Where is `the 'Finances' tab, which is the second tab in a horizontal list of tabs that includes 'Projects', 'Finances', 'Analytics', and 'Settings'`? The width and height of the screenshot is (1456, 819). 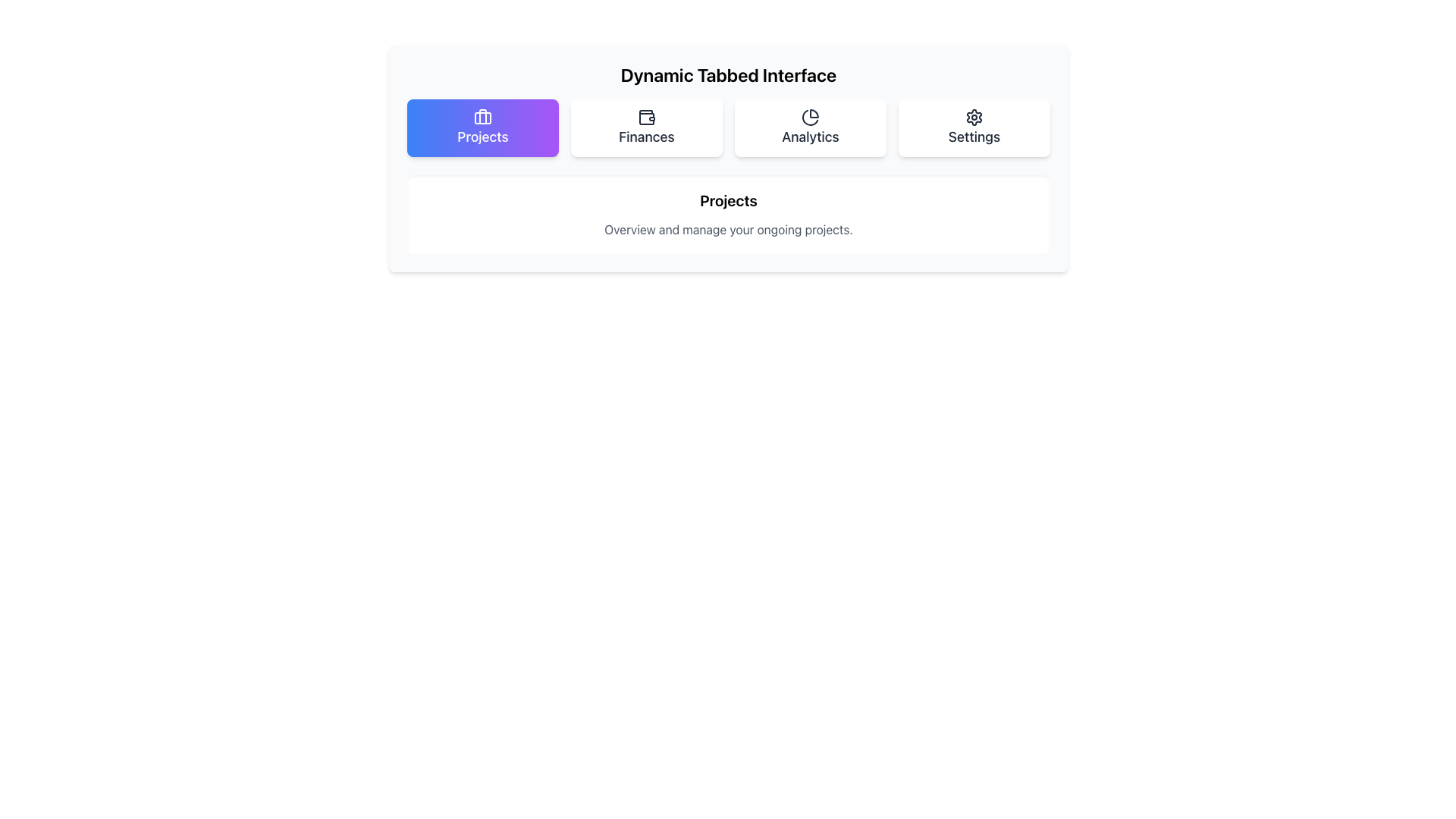
the 'Finances' tab, which is the second tab in a horizontal list of tabs that includes 'Projects', 'Finances', 'Analytics', and 'Settings' is located at coordinates (647, 127).